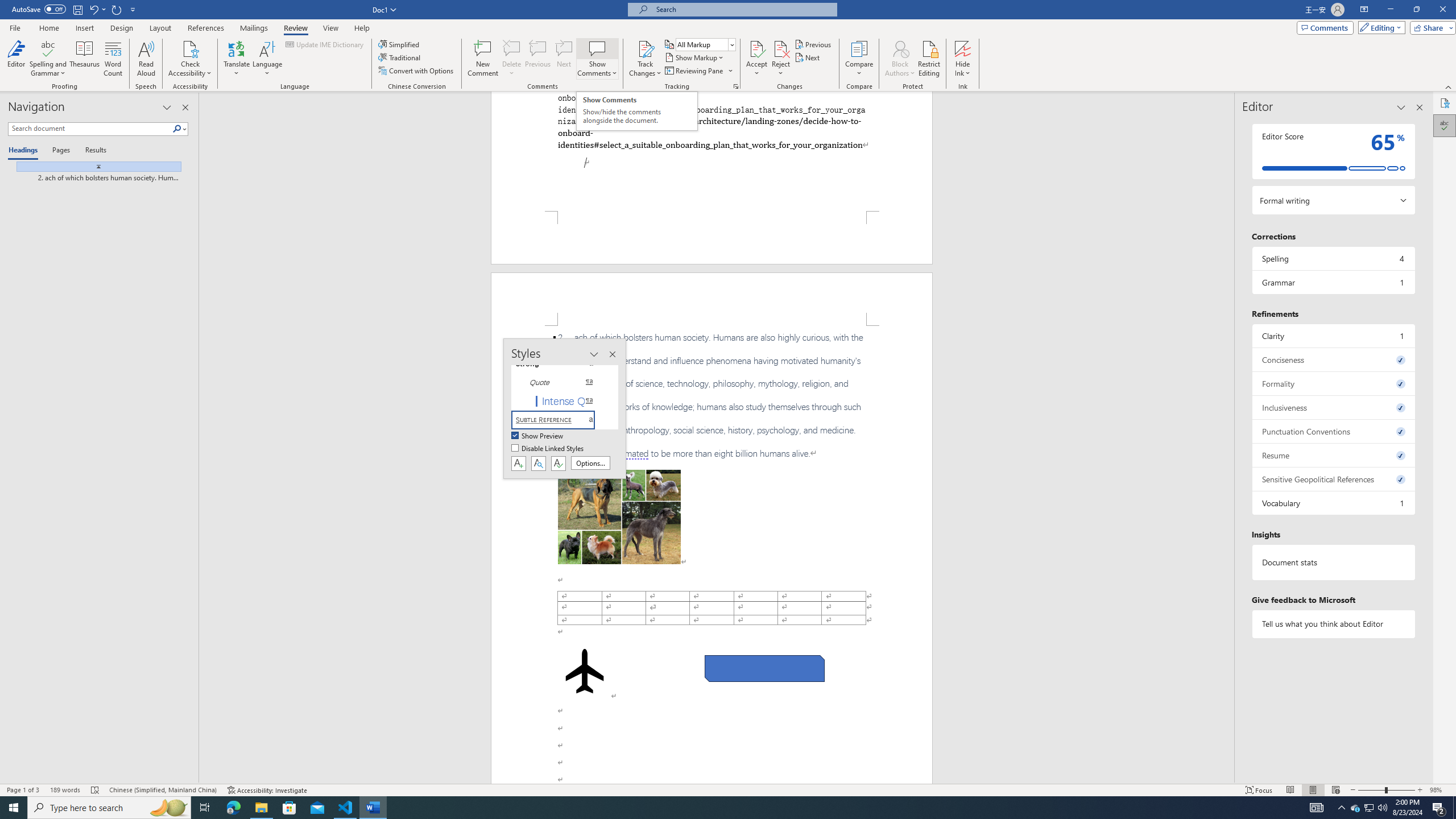  Describe the element at coordinates (190, 59) in the screenshot. I see `'Check Accessibility'` at that location.